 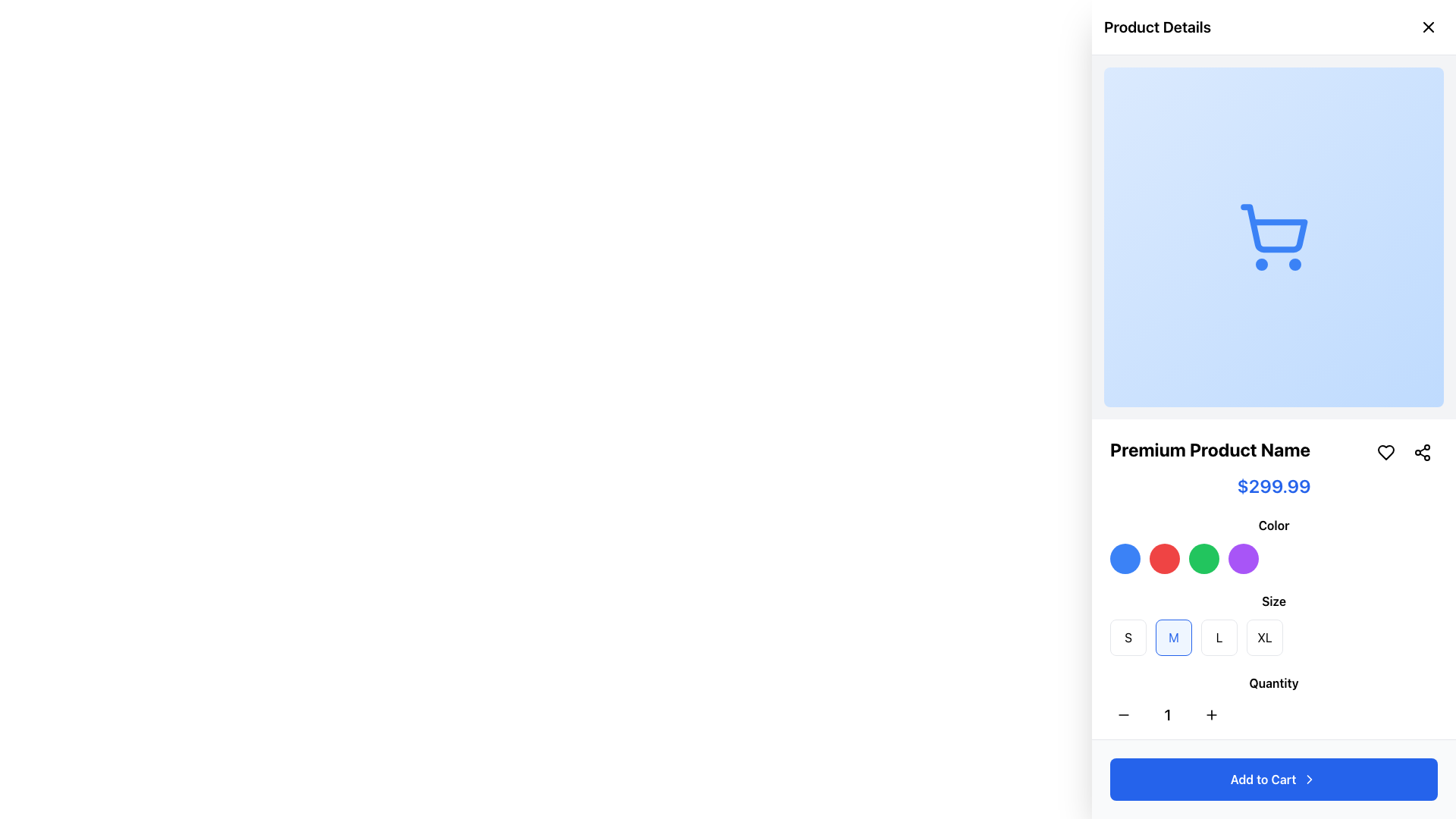 I want to click on the 'X' close button located at the top-right corner of the 'Product Details' pane, so click(x=1427, y=27).